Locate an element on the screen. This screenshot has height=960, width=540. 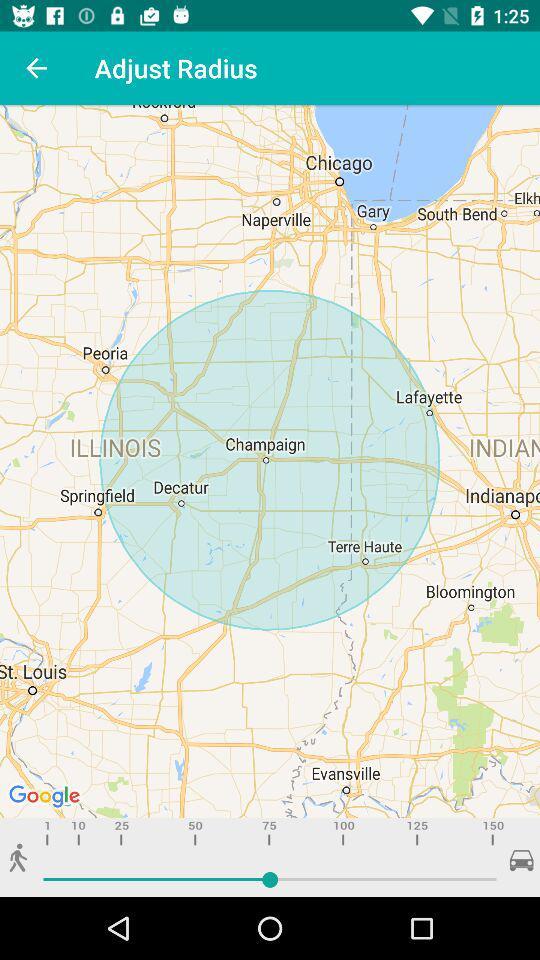
icon to the left of the adjust radius icon is located at coordinates (36, 68).